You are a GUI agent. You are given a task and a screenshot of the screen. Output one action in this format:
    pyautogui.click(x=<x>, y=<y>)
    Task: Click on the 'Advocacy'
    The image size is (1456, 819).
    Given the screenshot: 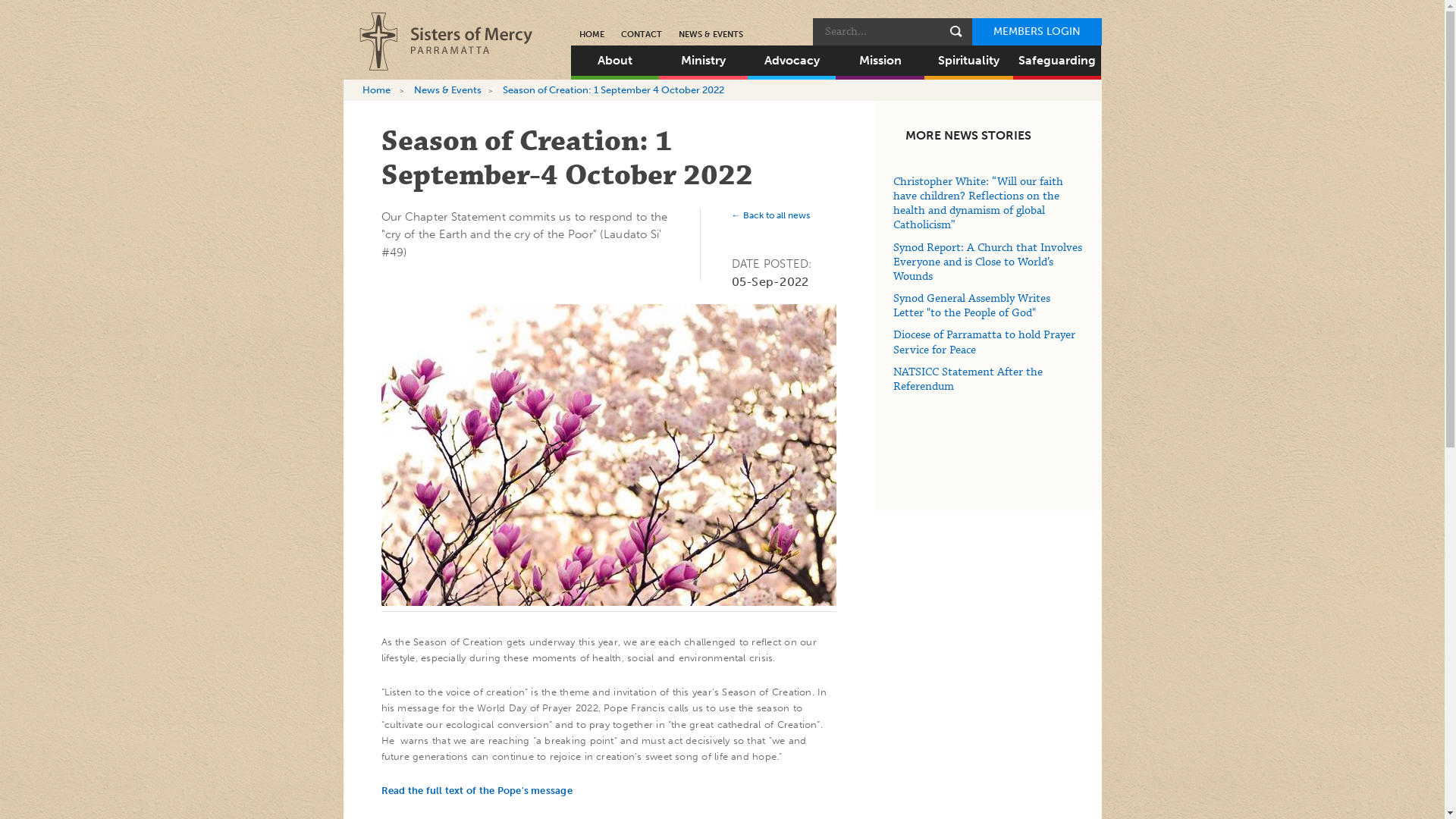 What is the action you would take?
    pyautogui.click(x=747, y=60)
    